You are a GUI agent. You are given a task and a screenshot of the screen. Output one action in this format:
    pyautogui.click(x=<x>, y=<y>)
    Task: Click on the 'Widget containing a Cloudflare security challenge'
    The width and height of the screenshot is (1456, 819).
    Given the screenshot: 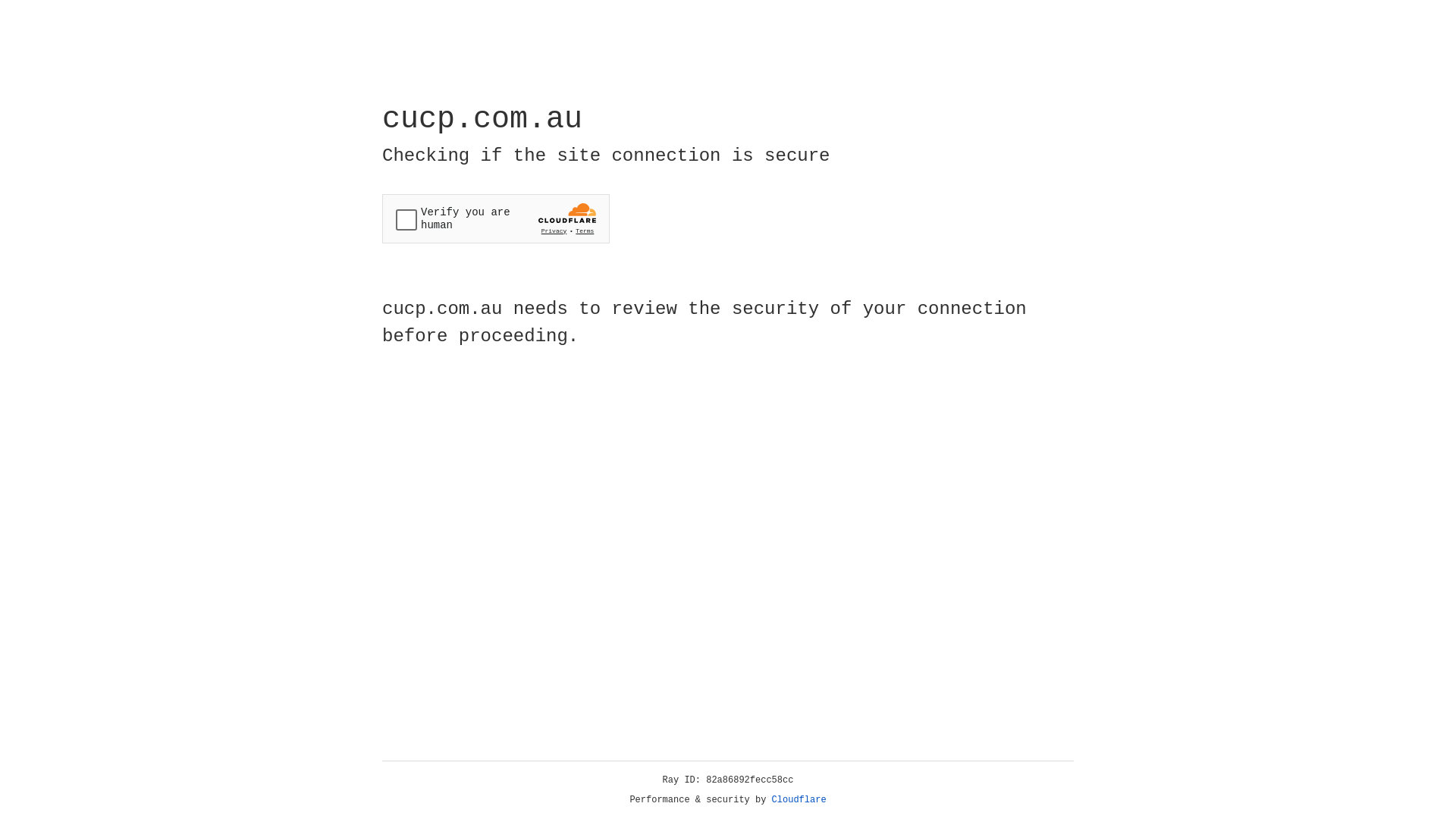 What is the action you would take?
    pyautogui.click(x=495, y=218)
    